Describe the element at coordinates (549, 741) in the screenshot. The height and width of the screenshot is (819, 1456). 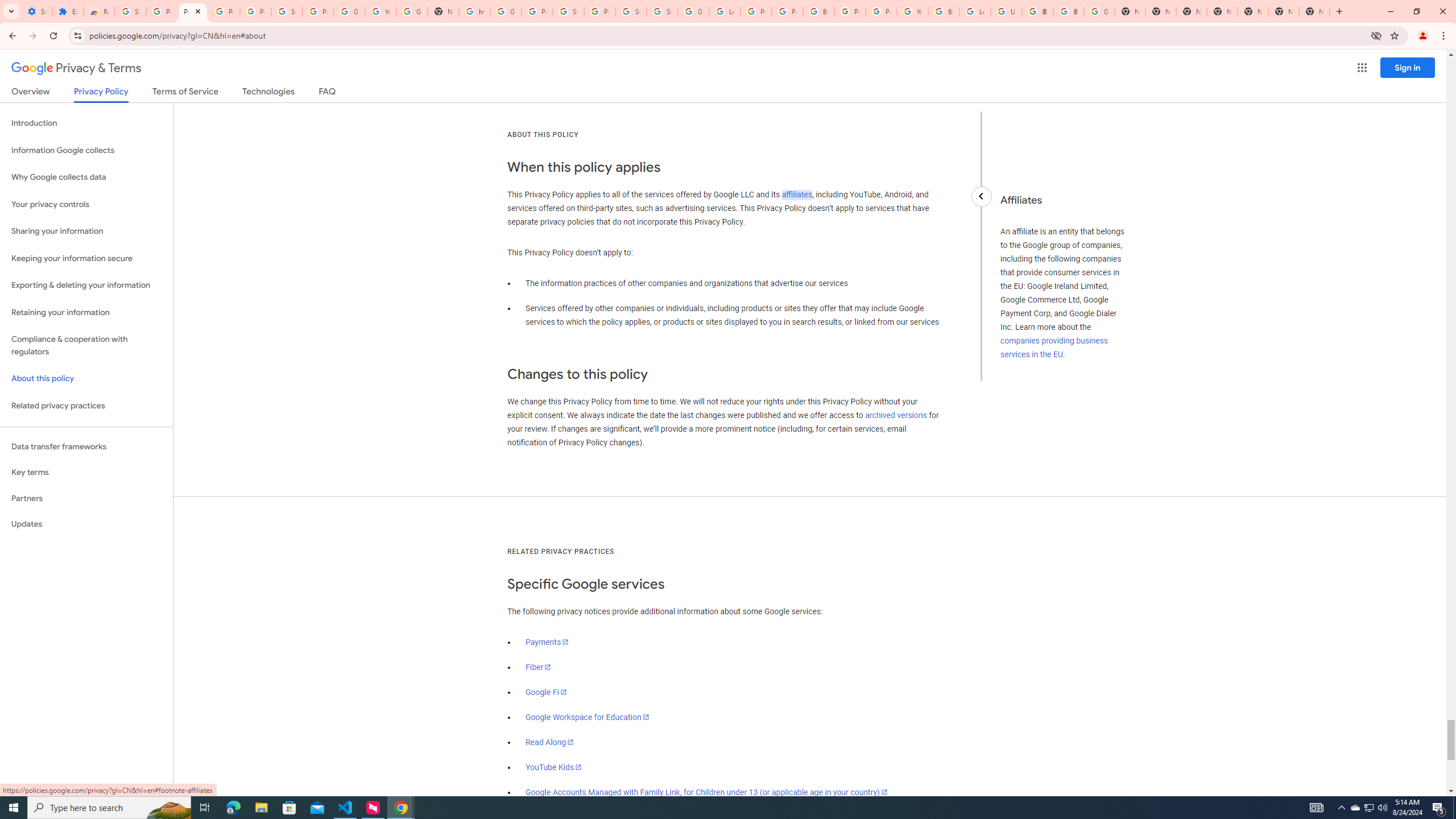
I see `'Read Along'` at that location.